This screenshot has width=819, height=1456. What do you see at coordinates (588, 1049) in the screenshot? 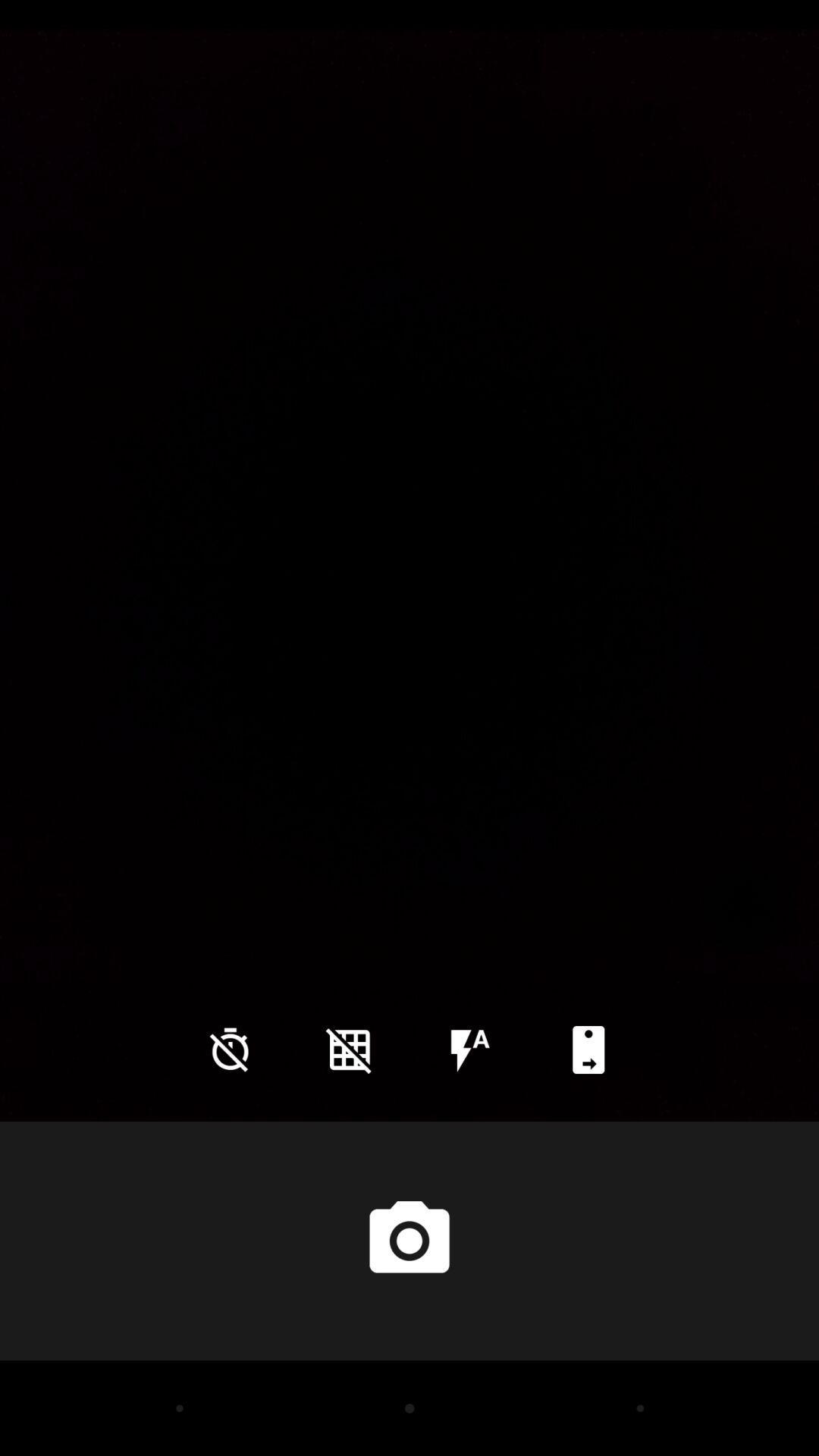
I see `item at the bottom right corner` at bounding box center [588, 1049].